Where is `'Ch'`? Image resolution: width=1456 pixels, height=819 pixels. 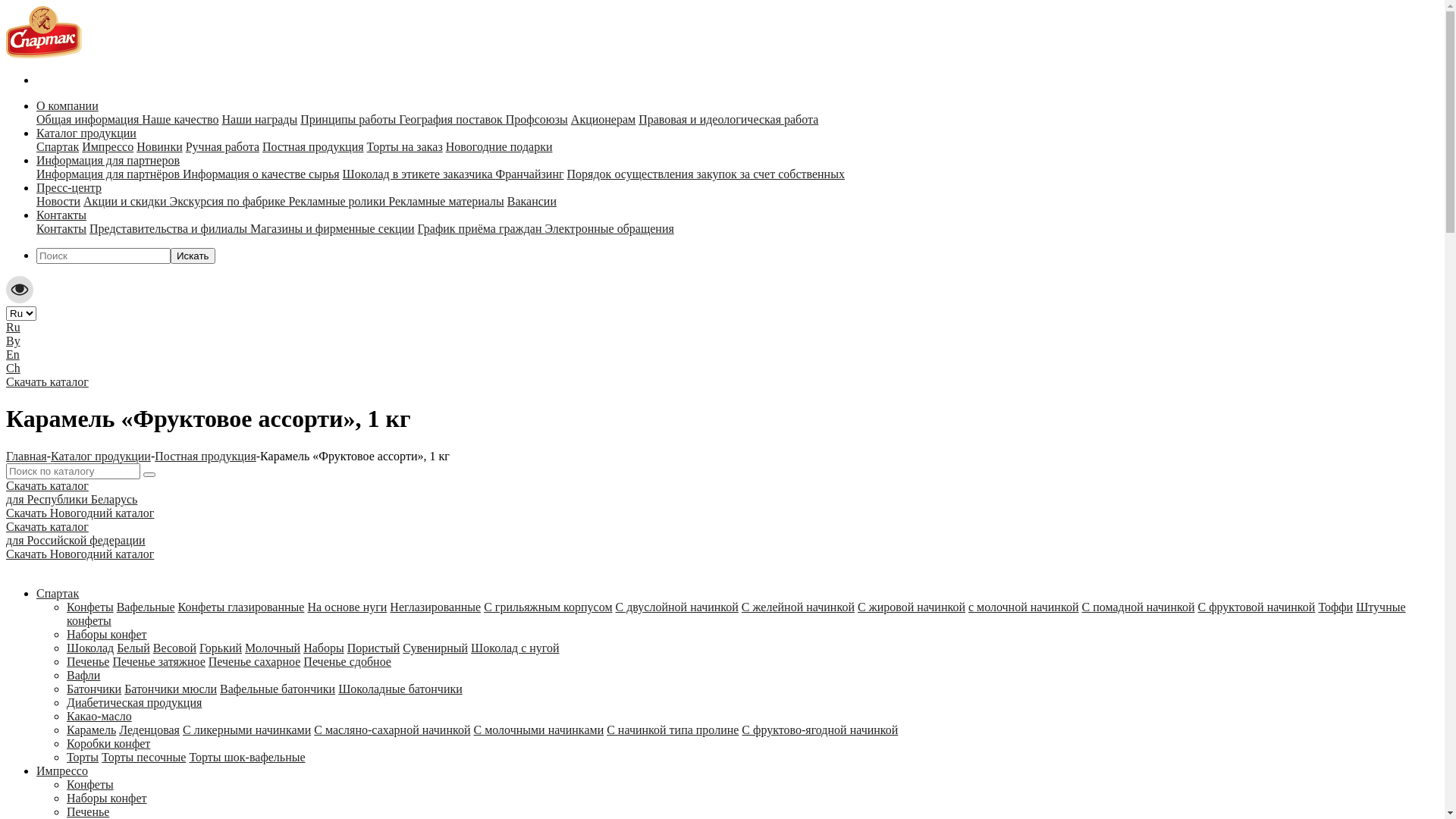 'Ch' is located at coordinates (13, 368).